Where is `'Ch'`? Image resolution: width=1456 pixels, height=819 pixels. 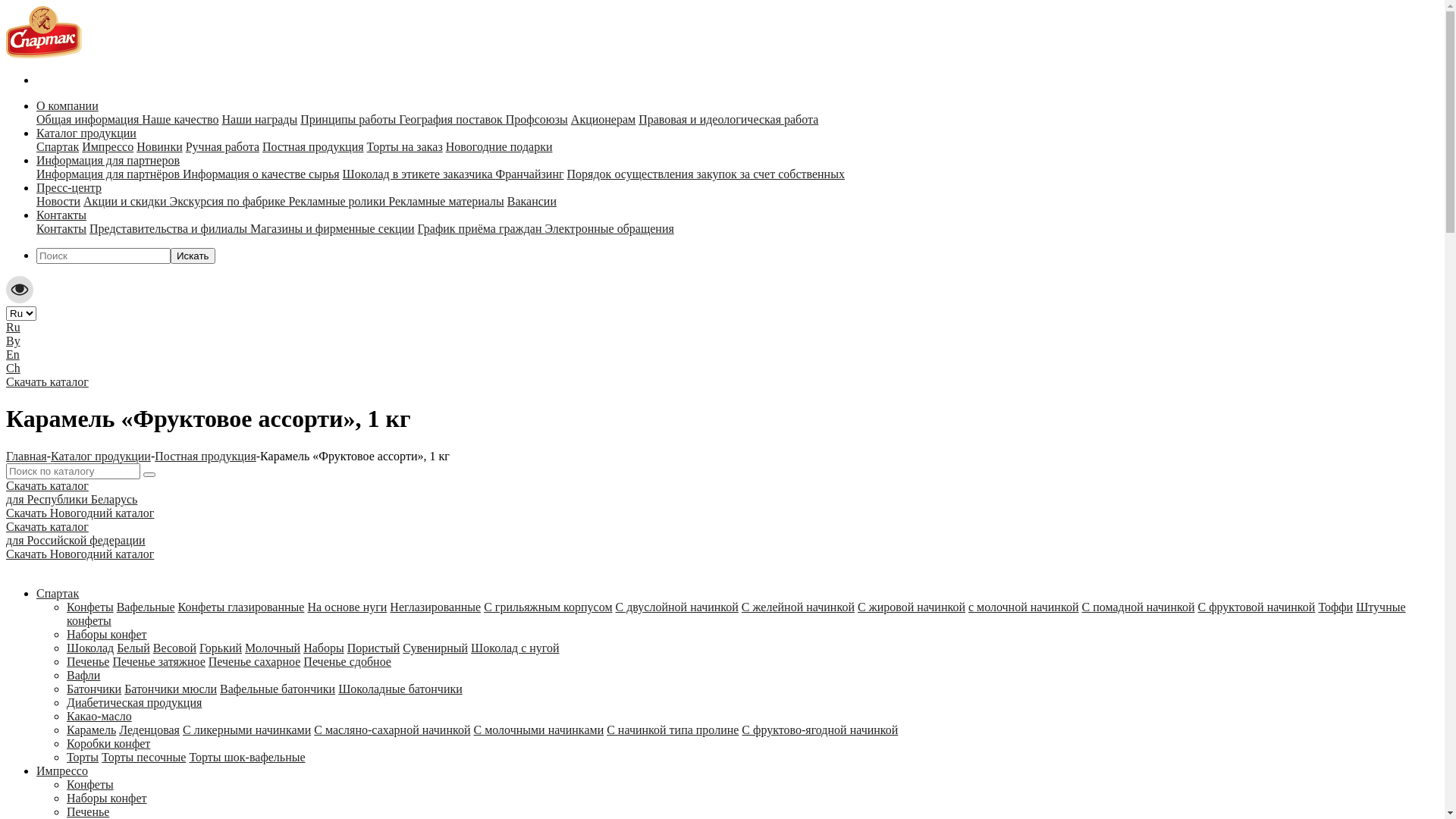 'Ch' is located at coordinates (13, 368).